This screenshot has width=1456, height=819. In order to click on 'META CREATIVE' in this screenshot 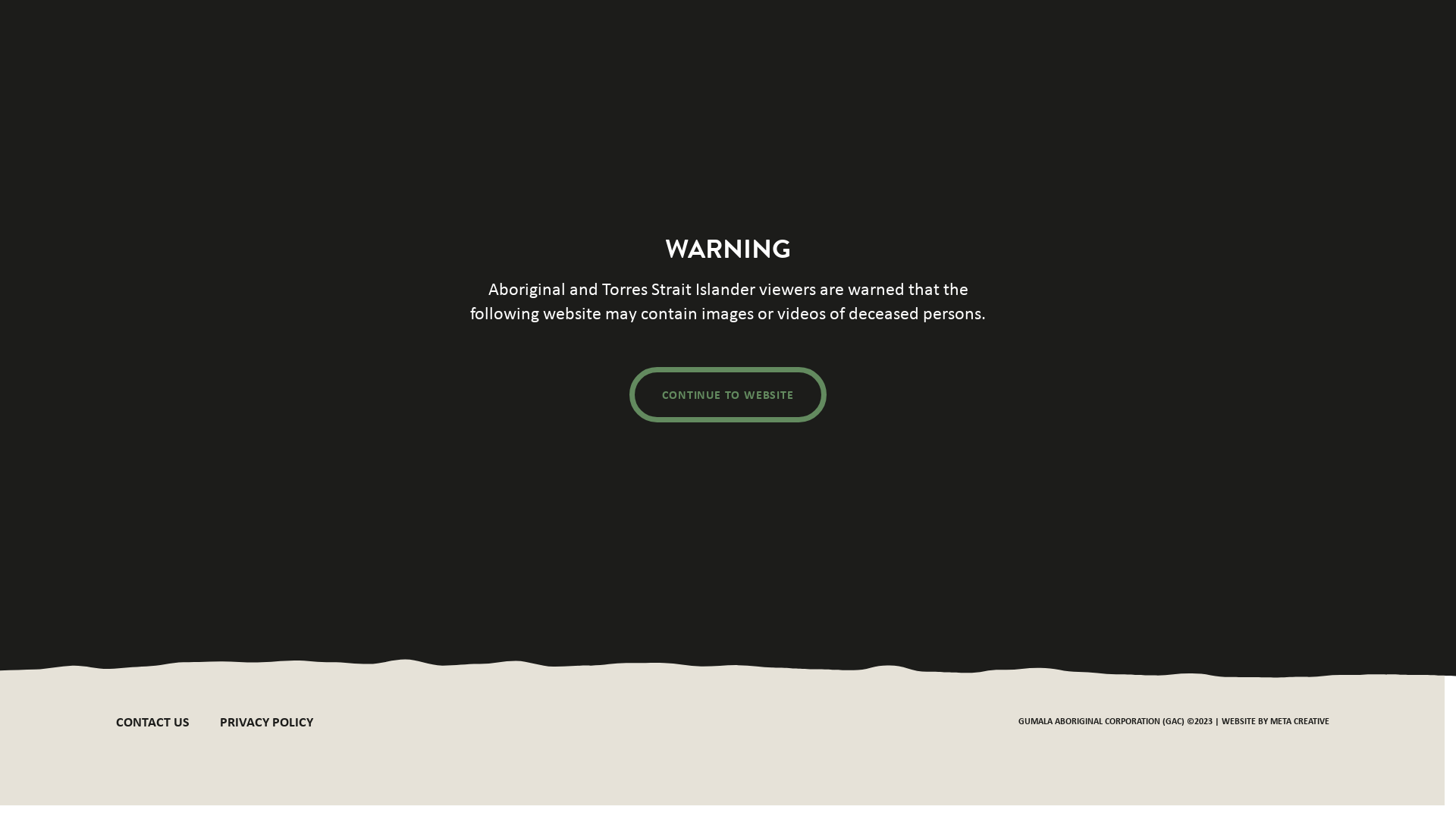, I will do `click(1298, 720)`.